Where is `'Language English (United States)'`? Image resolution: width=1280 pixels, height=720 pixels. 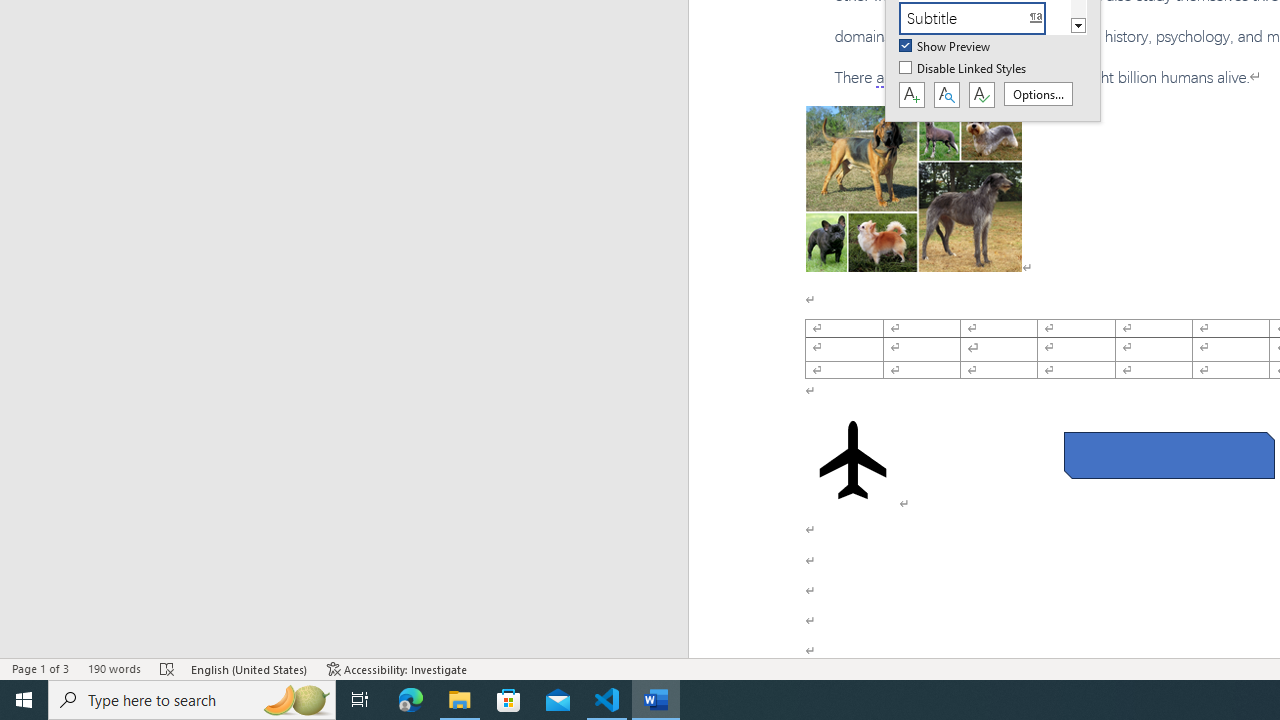 'Language English (United States)' is located at coordinates (249, 669).